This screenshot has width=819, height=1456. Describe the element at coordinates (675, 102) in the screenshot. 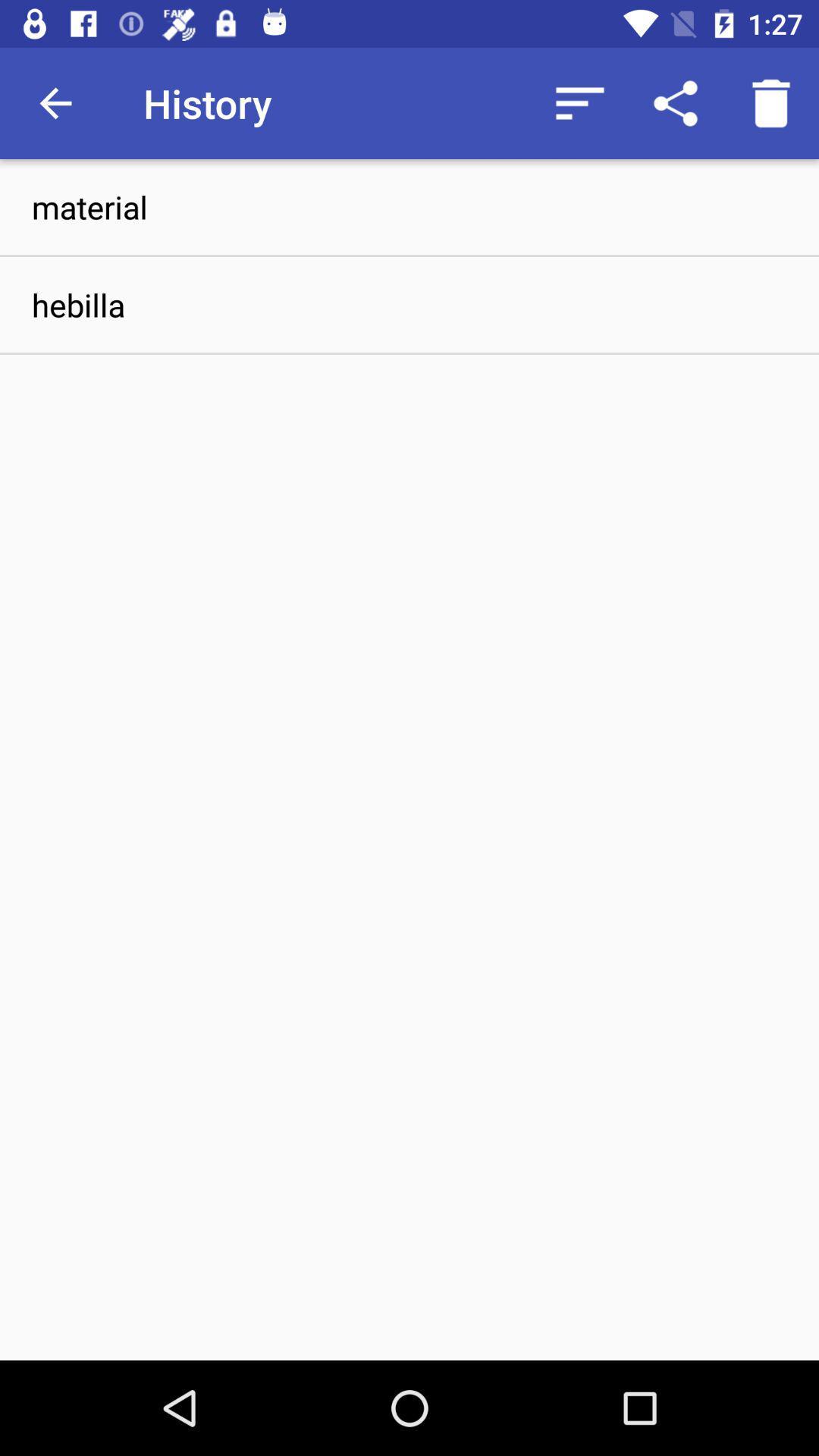

I see `the icon above material item` at that location.